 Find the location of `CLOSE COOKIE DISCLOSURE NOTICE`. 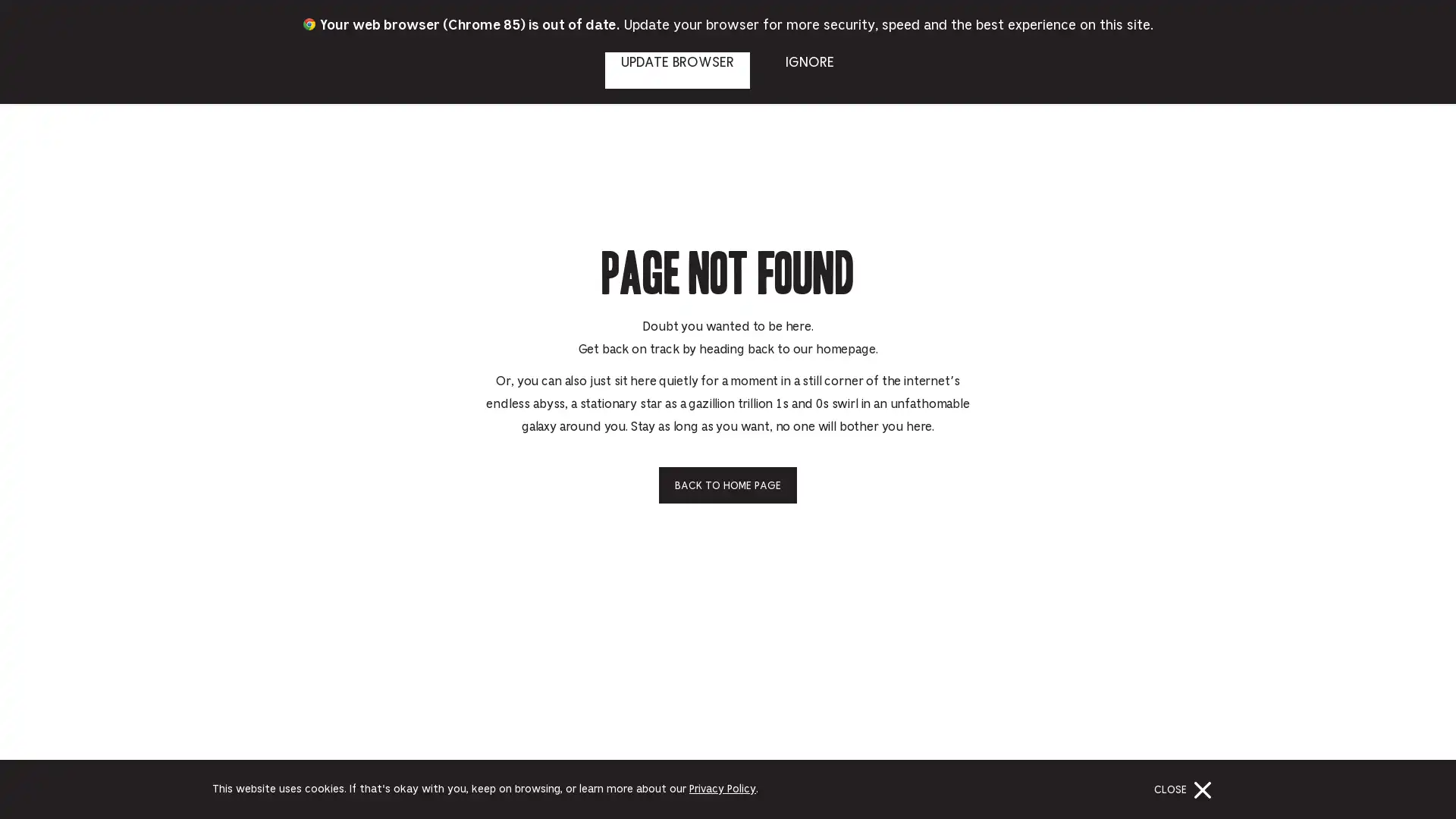

CLOSE COOKIE DISCLOSURE NOTICE is located at coordinates (1185, 789).